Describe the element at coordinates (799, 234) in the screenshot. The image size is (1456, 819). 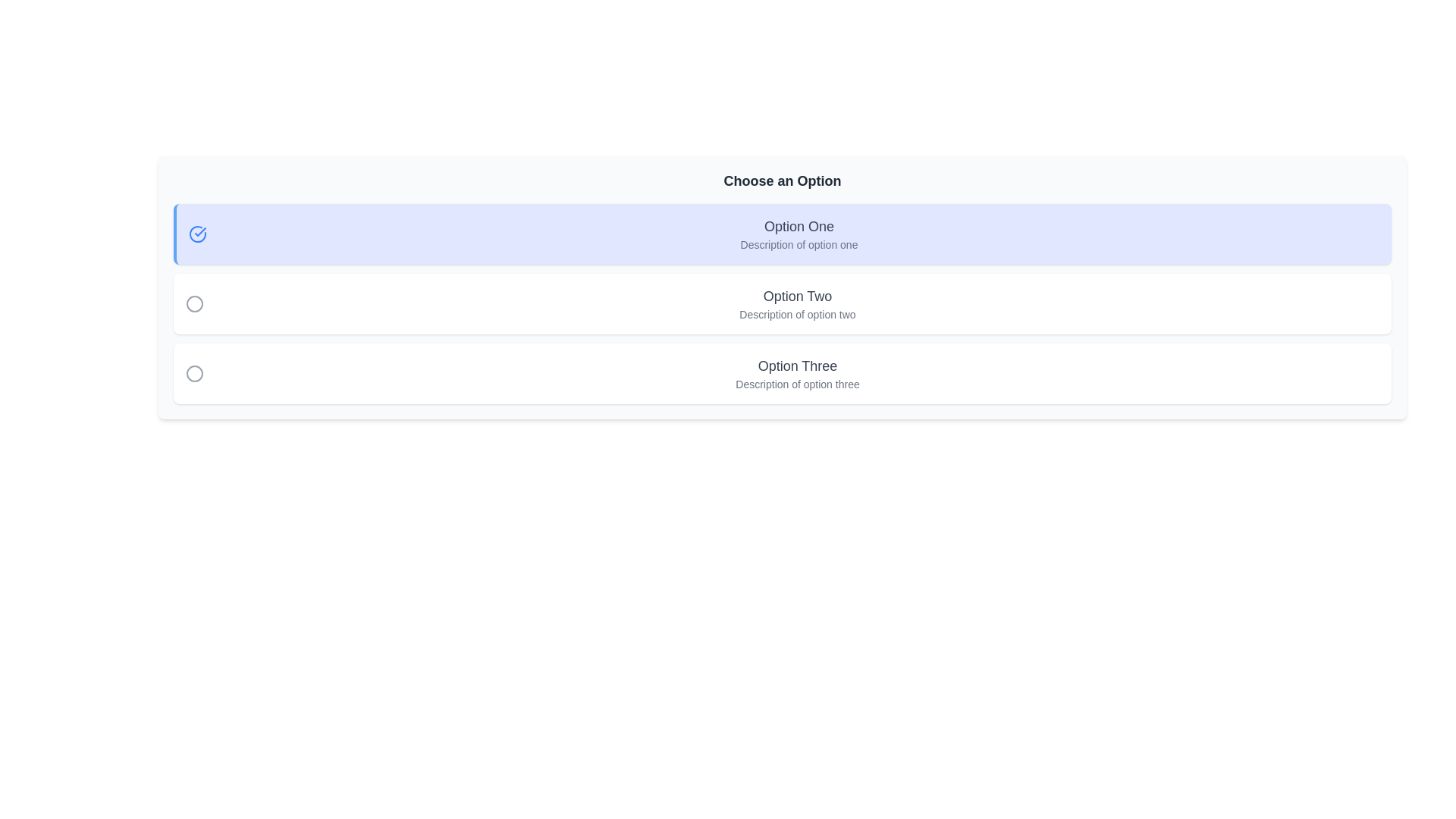
I see `to select the first option in the interactive list located directly under the heading 'Choose an Option'` at that location.